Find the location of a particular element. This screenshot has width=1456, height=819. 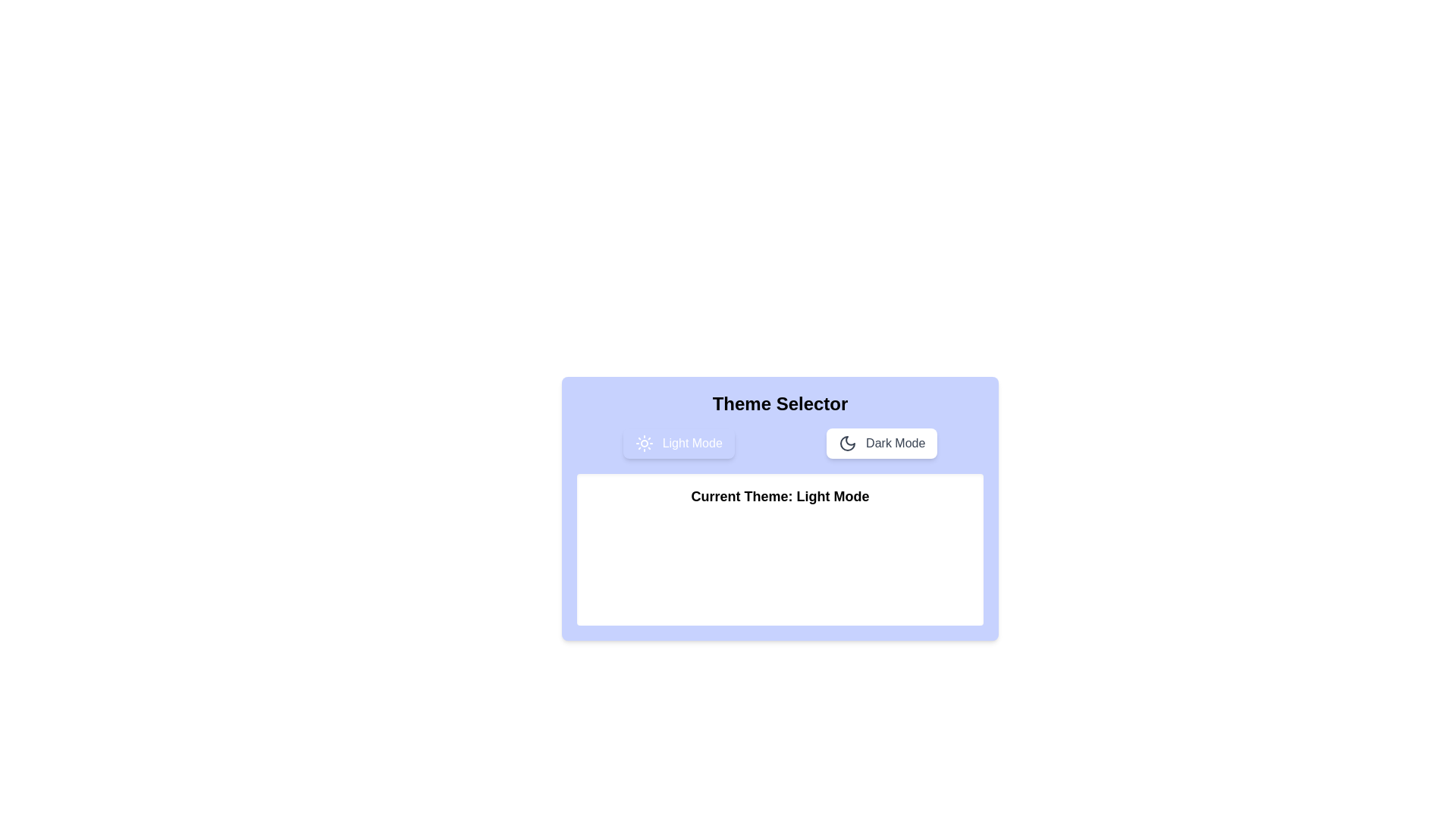

the 'Light Mode' button to select the light theme is located at coordinates (677, 444).